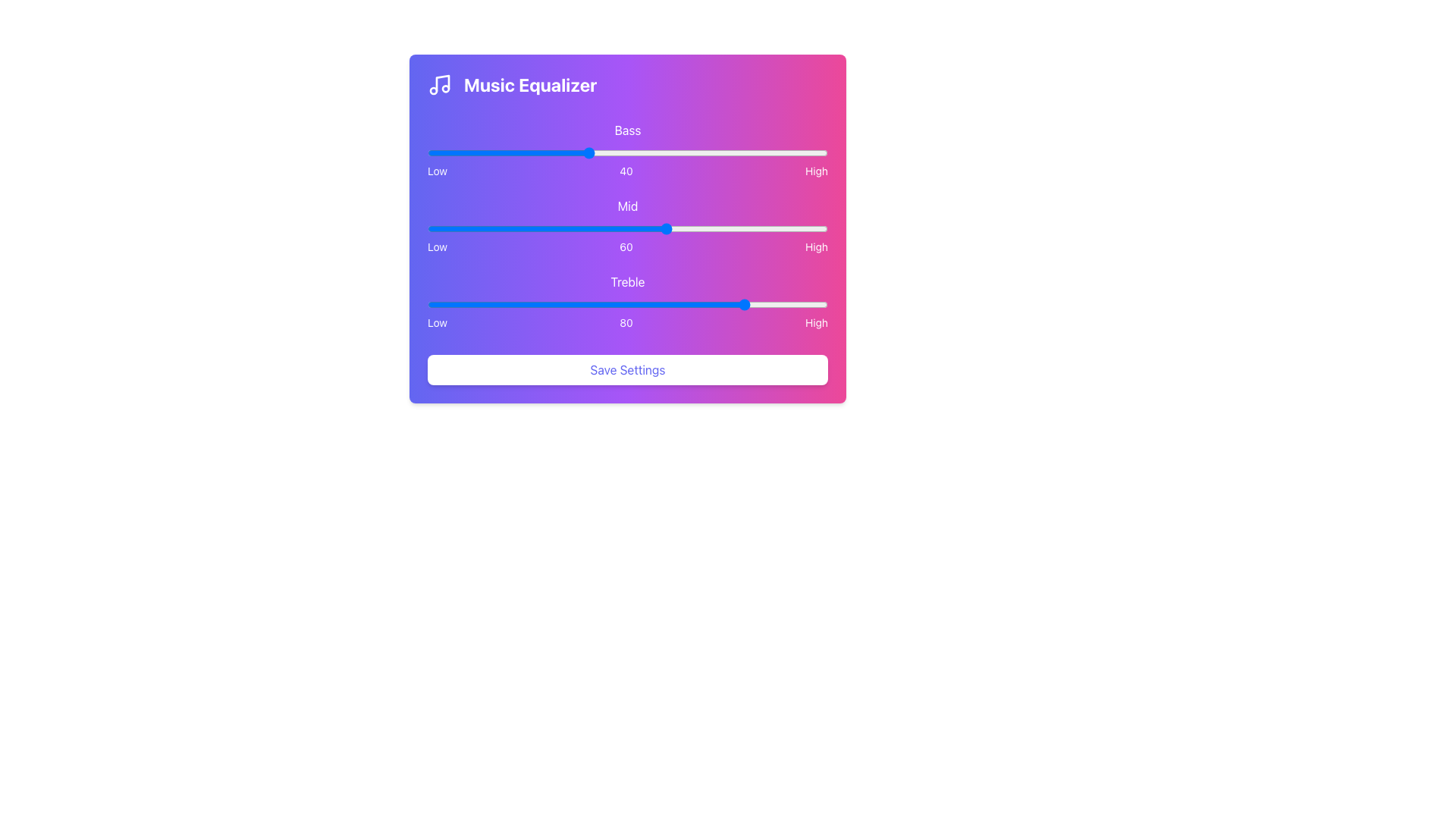  Describe the element at coordinates (436, 322) in the screenshot. I see `the text label indicating the lower range for the 'Treble' slider, which is the first label in a group of three ('Low', '80', 'High') located below the 'Treble' slider` at that location.